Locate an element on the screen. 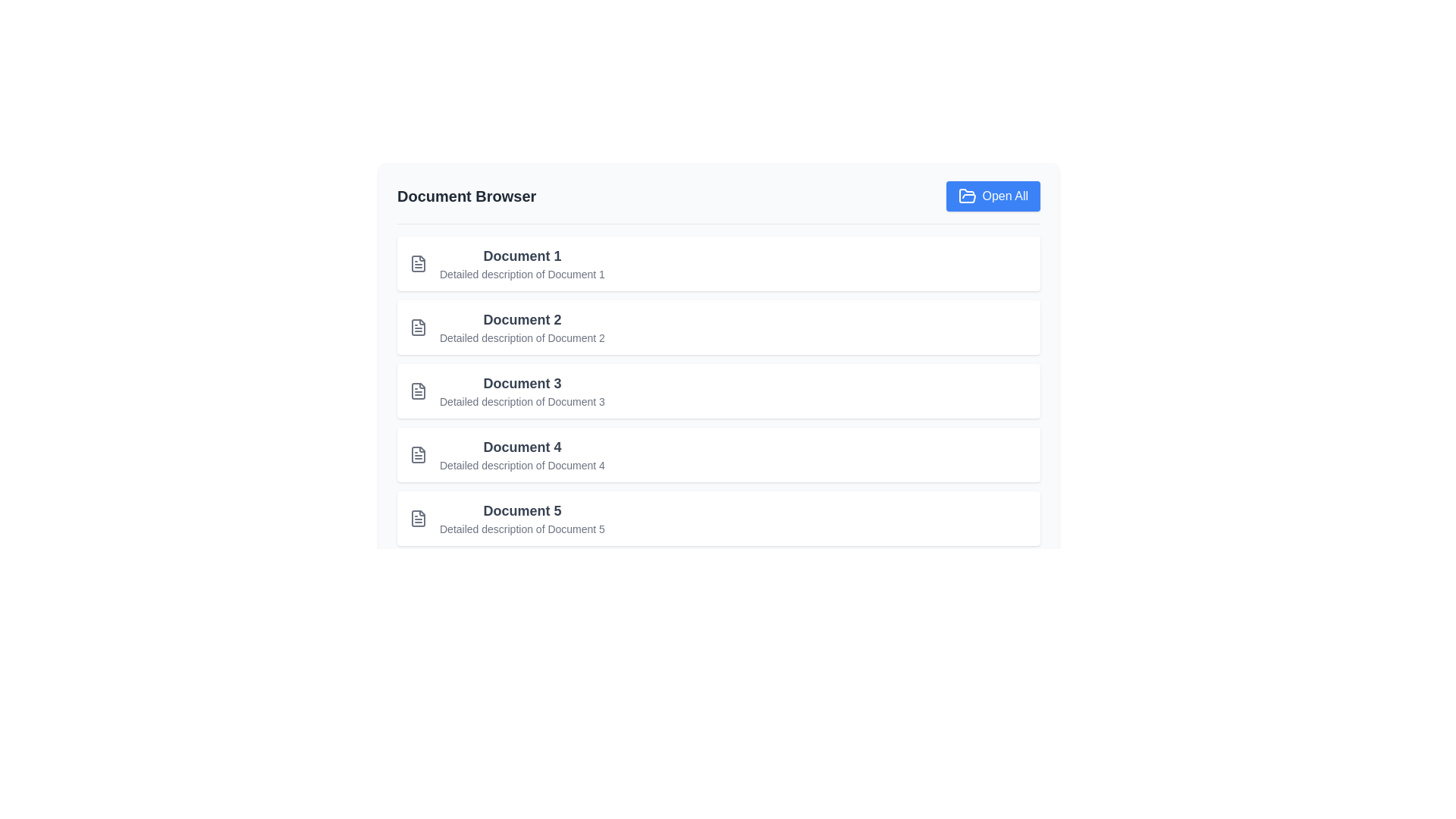  the text label that identifies a specific document within the document browser interface, located on the second list item in the vertical document list is located at coordinates (522, 318).